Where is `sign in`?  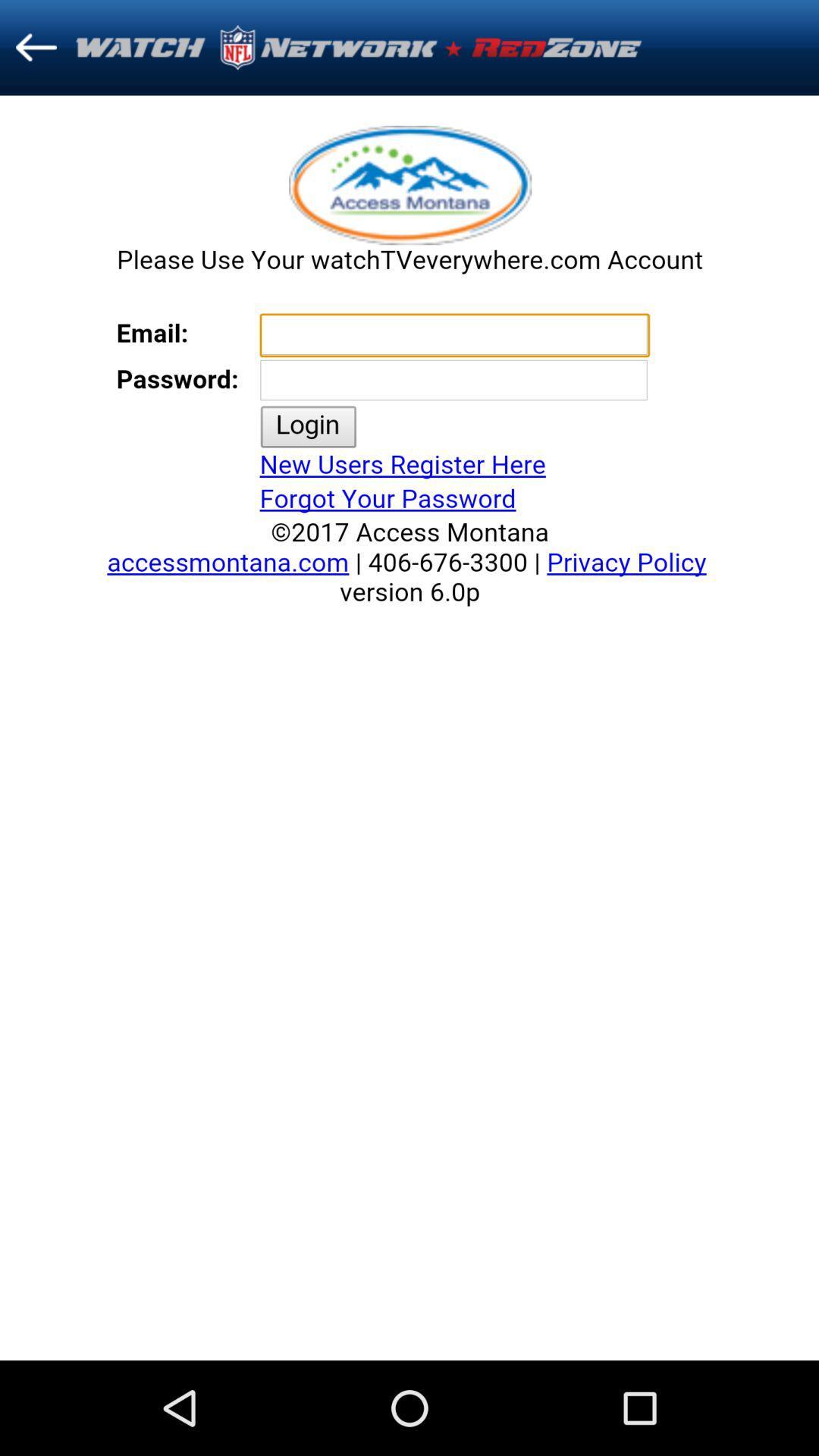
sign in is located at coordinates (409, 728).